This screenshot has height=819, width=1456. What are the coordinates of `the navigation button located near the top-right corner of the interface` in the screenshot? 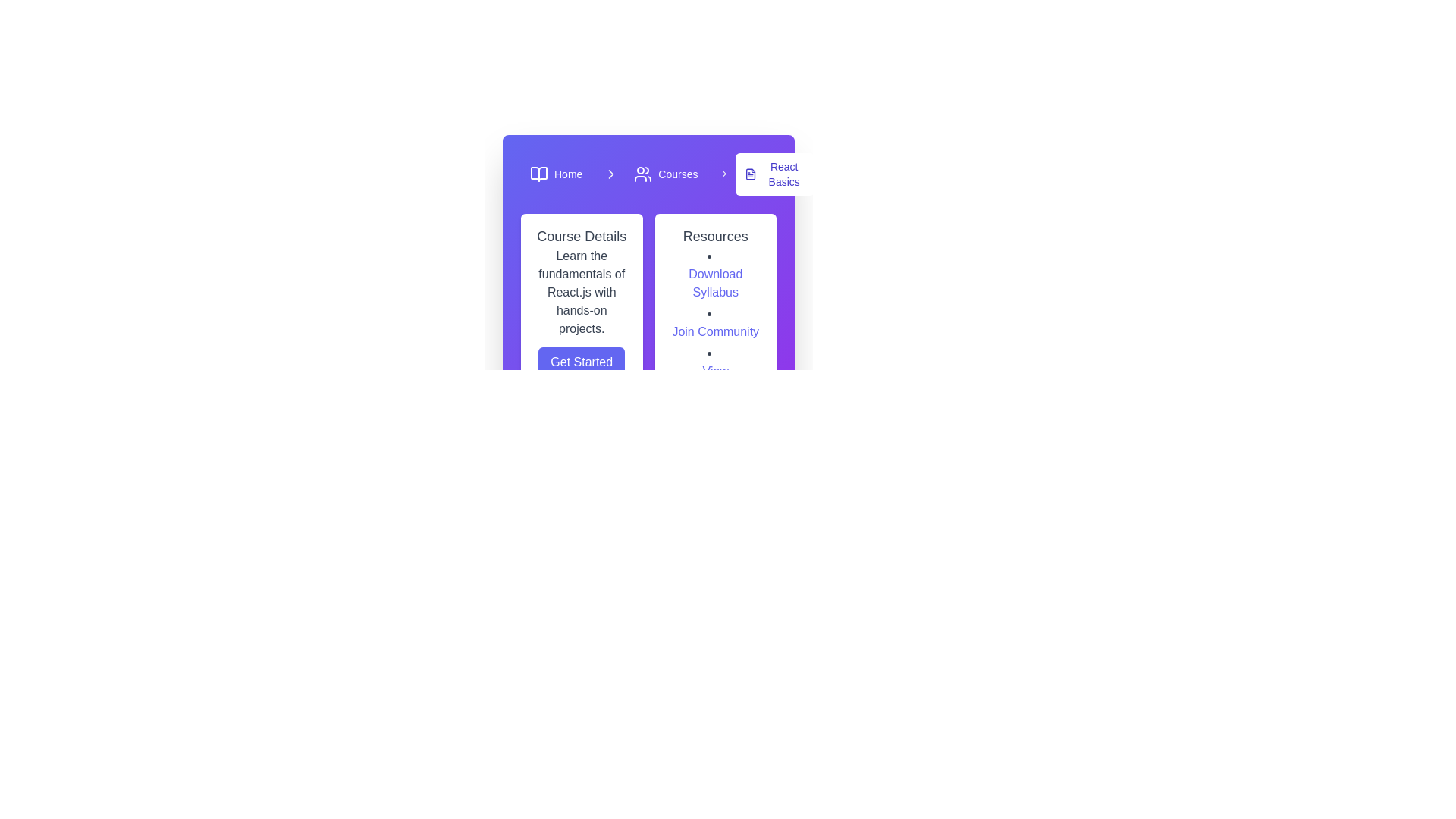 It's located at (611, 174).